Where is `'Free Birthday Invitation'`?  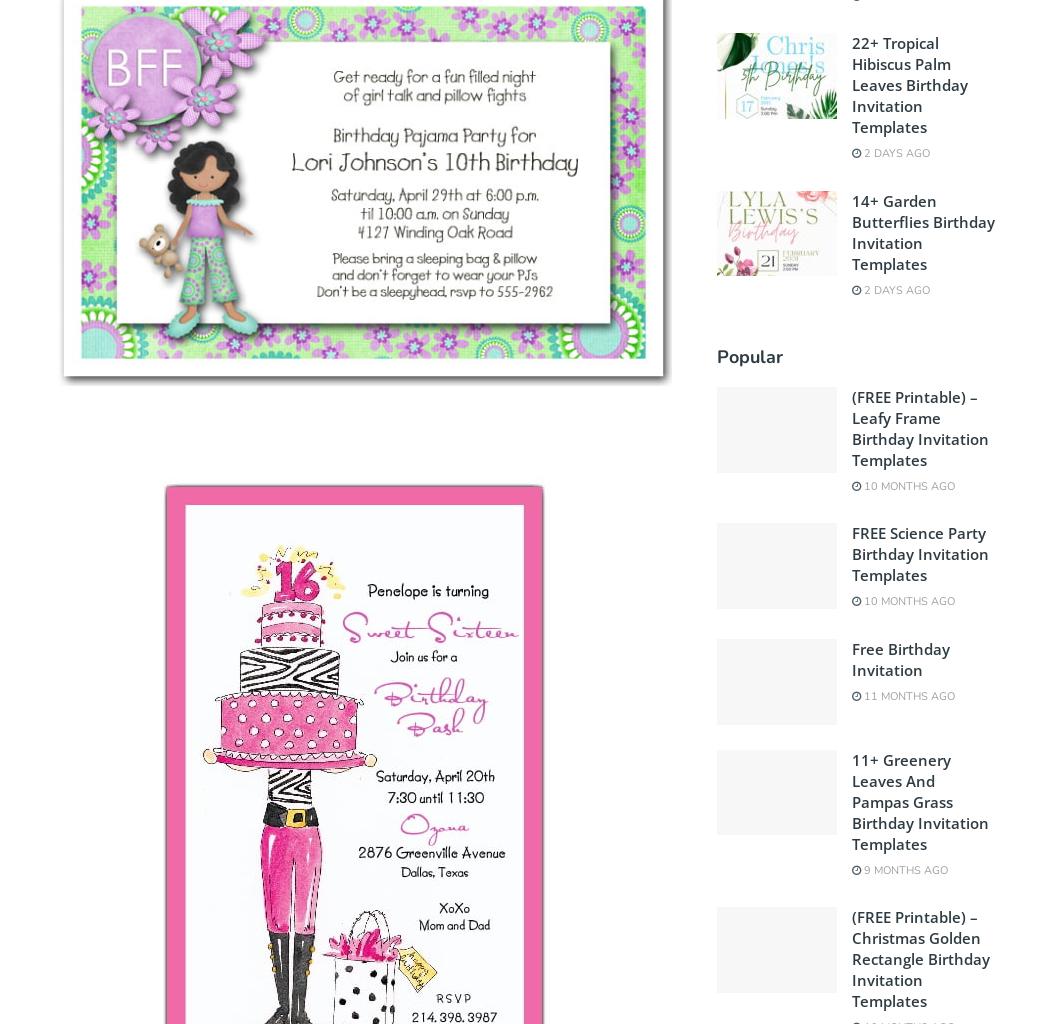 'Free Birthday Invitation' is located at coordinates (898, 657).